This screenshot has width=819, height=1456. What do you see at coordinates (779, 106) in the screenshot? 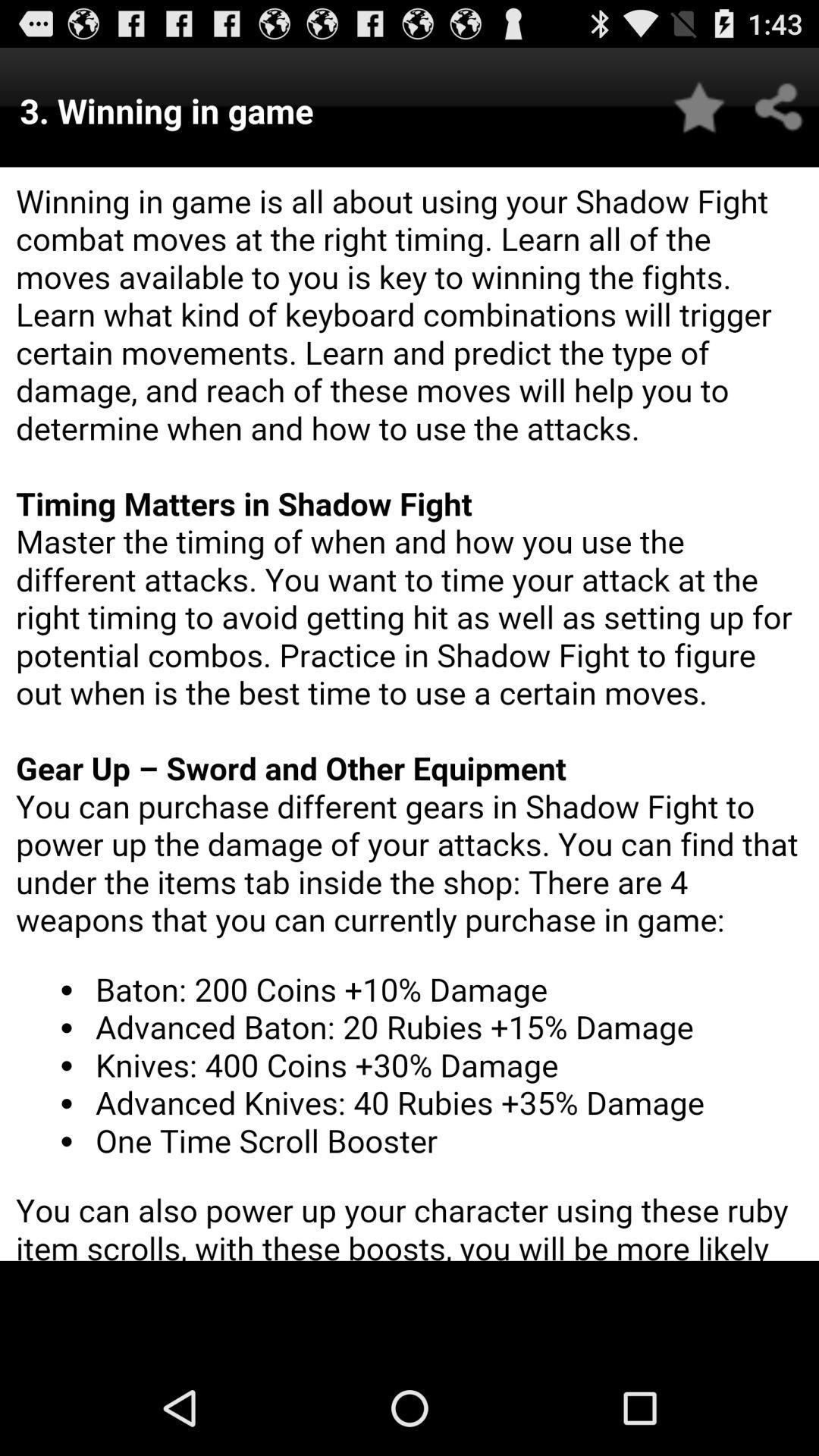
I see `share the article` at bounding box center [779, 106].